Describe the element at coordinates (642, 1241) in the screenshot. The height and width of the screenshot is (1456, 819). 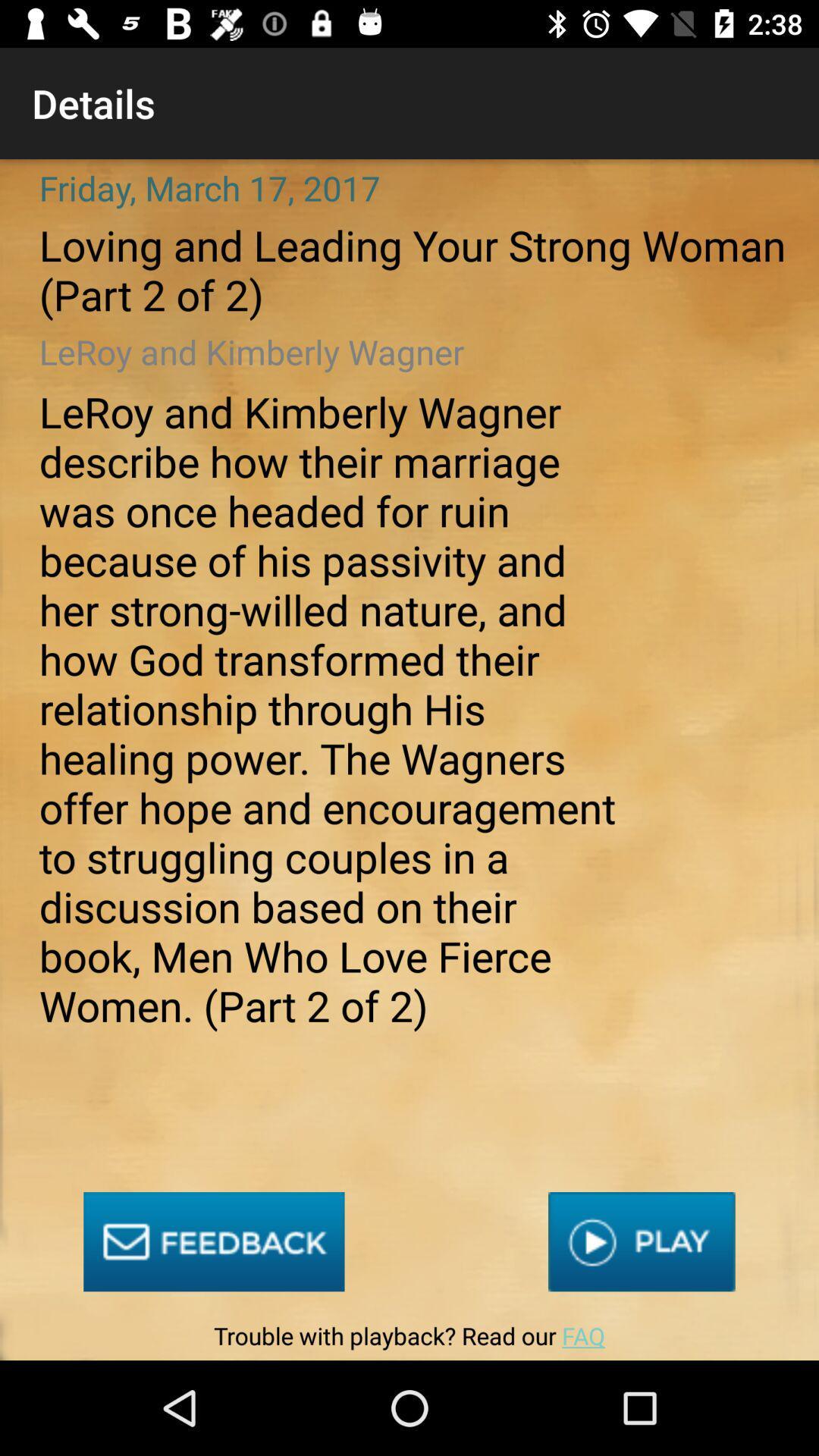
I see `the item below the leroy and kimberly item` at that location.